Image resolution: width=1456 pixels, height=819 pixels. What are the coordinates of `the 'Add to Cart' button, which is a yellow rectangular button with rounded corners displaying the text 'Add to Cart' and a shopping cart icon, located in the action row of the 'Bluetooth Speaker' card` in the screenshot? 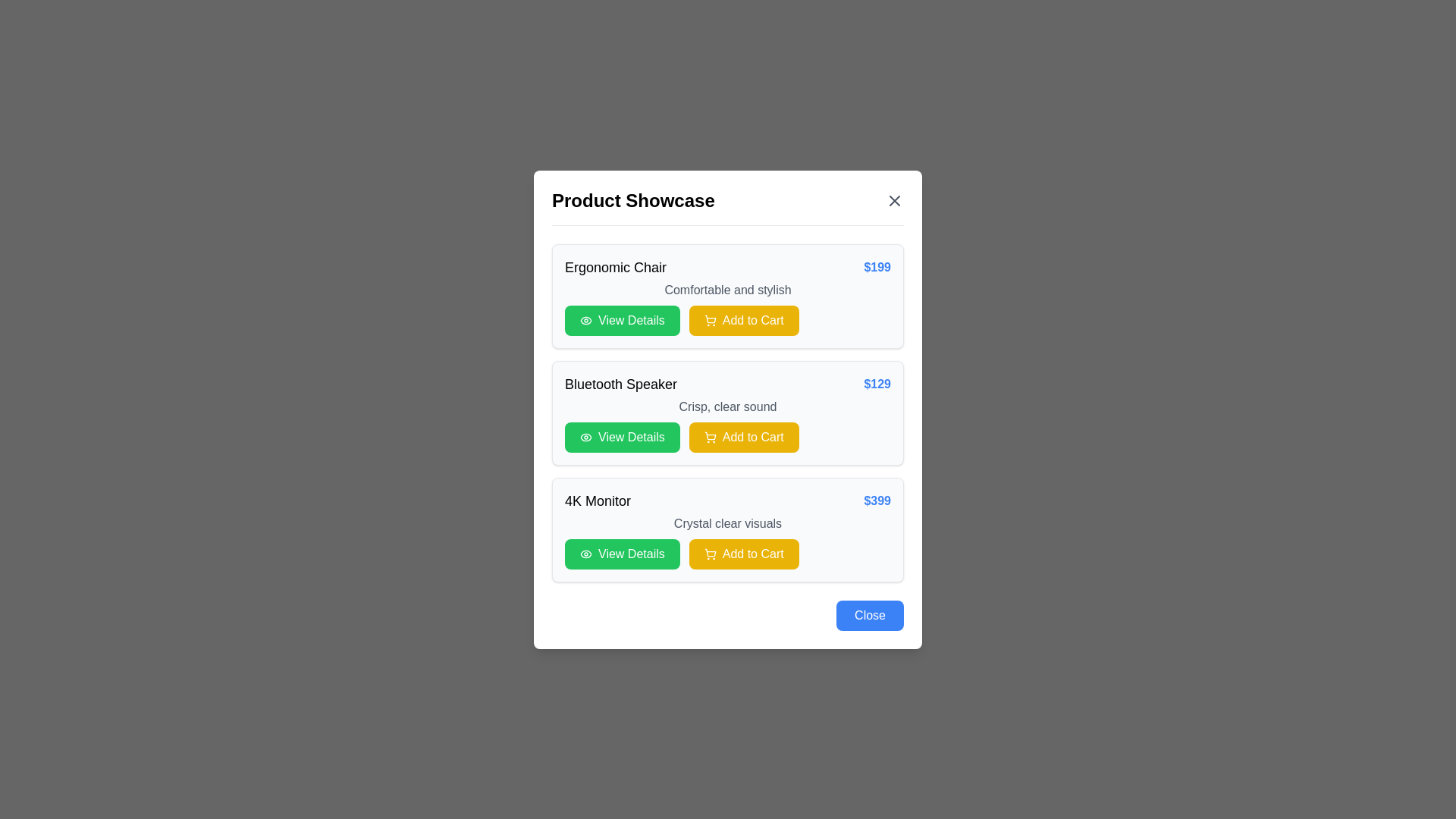 It's located at (728, 437).